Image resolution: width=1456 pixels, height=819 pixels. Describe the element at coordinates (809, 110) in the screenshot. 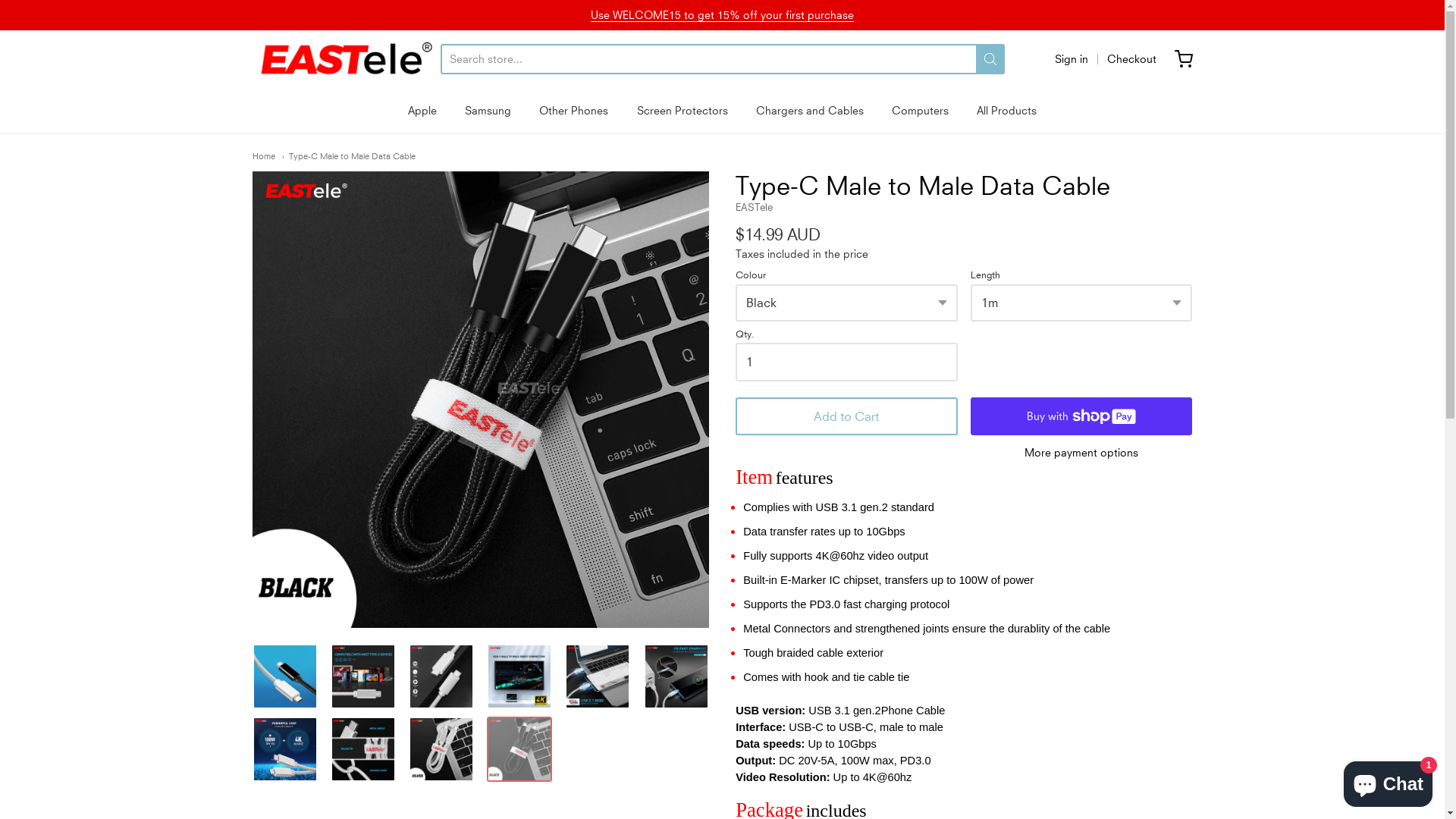

I see `'Chargers and Cables'` at that location.